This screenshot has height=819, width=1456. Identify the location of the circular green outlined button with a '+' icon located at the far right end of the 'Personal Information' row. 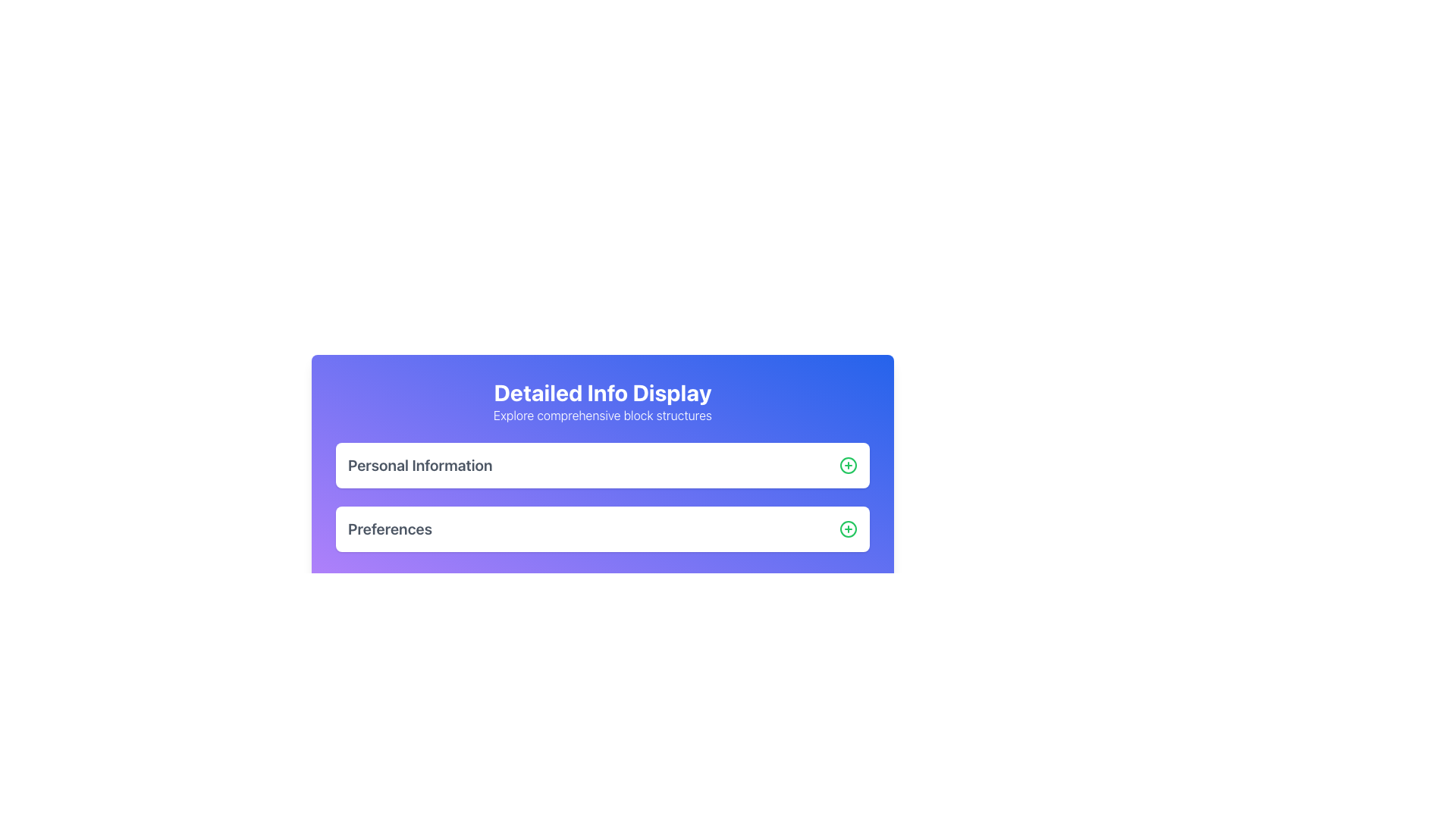
(847, 464).